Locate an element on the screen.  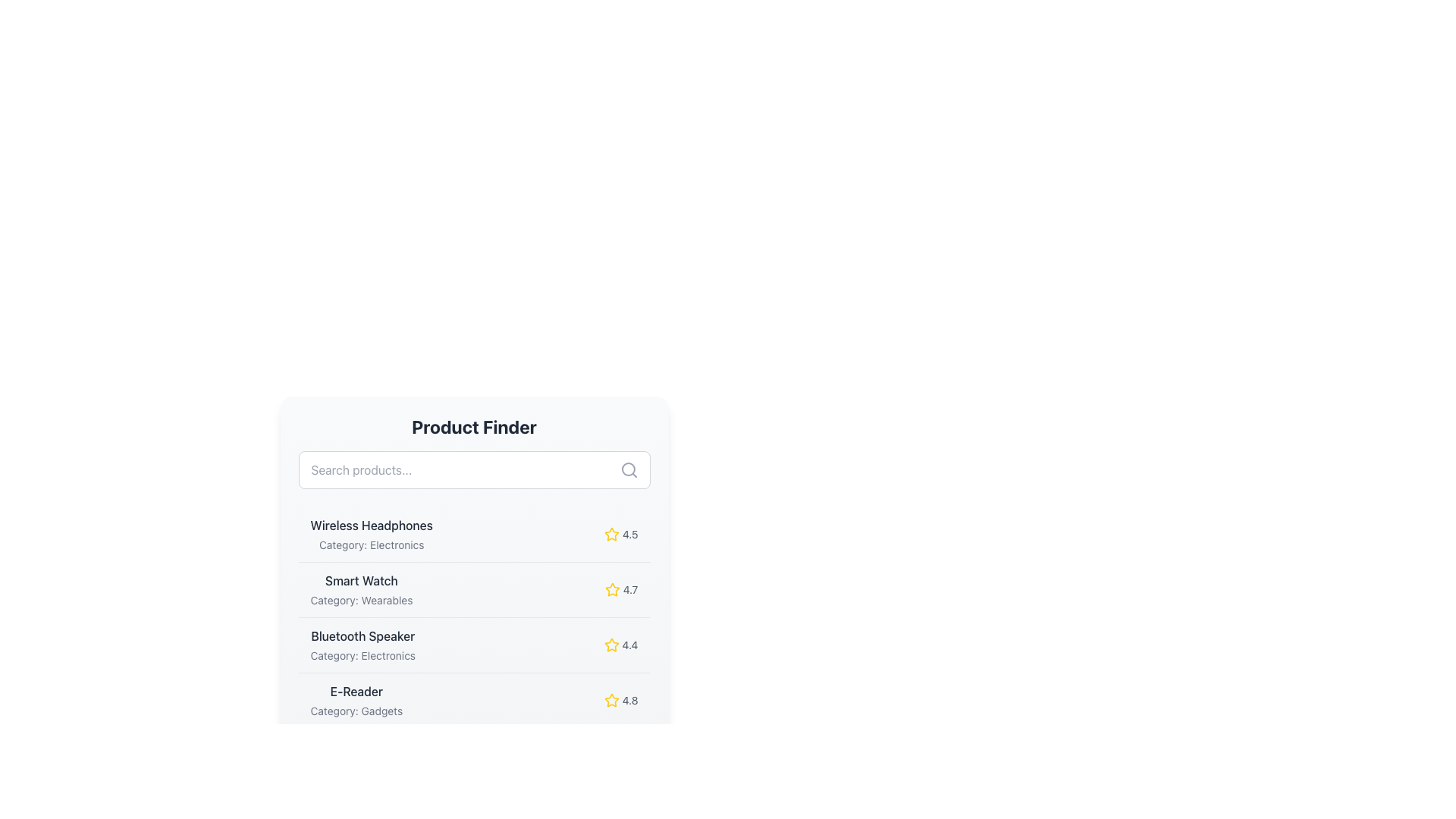
the Text Label indicating that 'Bluetooth Speaker' belongs to the 'Electronics' category, which is positioned below the 'Bluetooth Speaker' label in the third row of a vertically arranged list is located at coordinates (362, 654).